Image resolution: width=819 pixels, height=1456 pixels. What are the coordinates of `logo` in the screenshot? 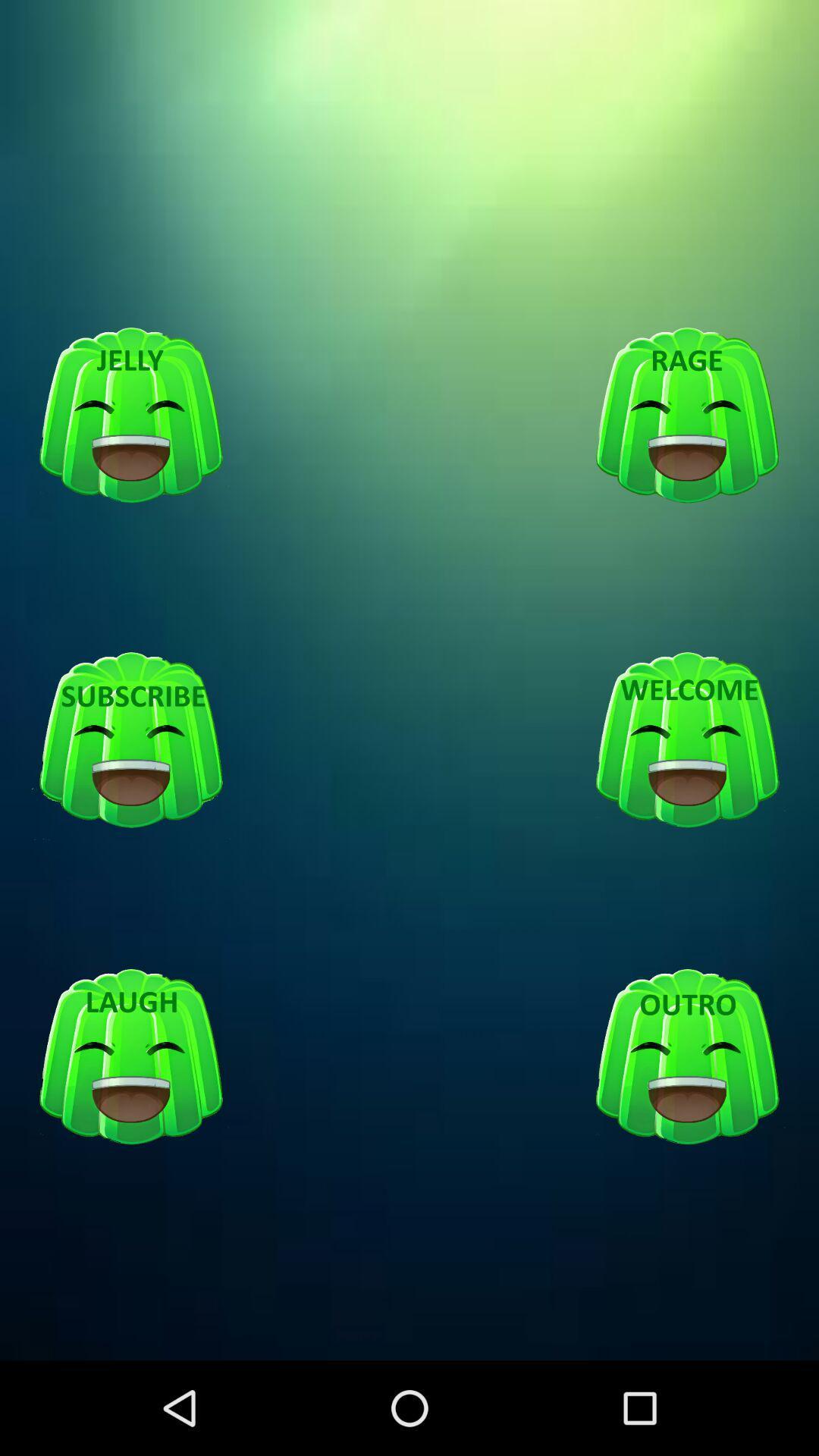 It's located at (130, 1057).